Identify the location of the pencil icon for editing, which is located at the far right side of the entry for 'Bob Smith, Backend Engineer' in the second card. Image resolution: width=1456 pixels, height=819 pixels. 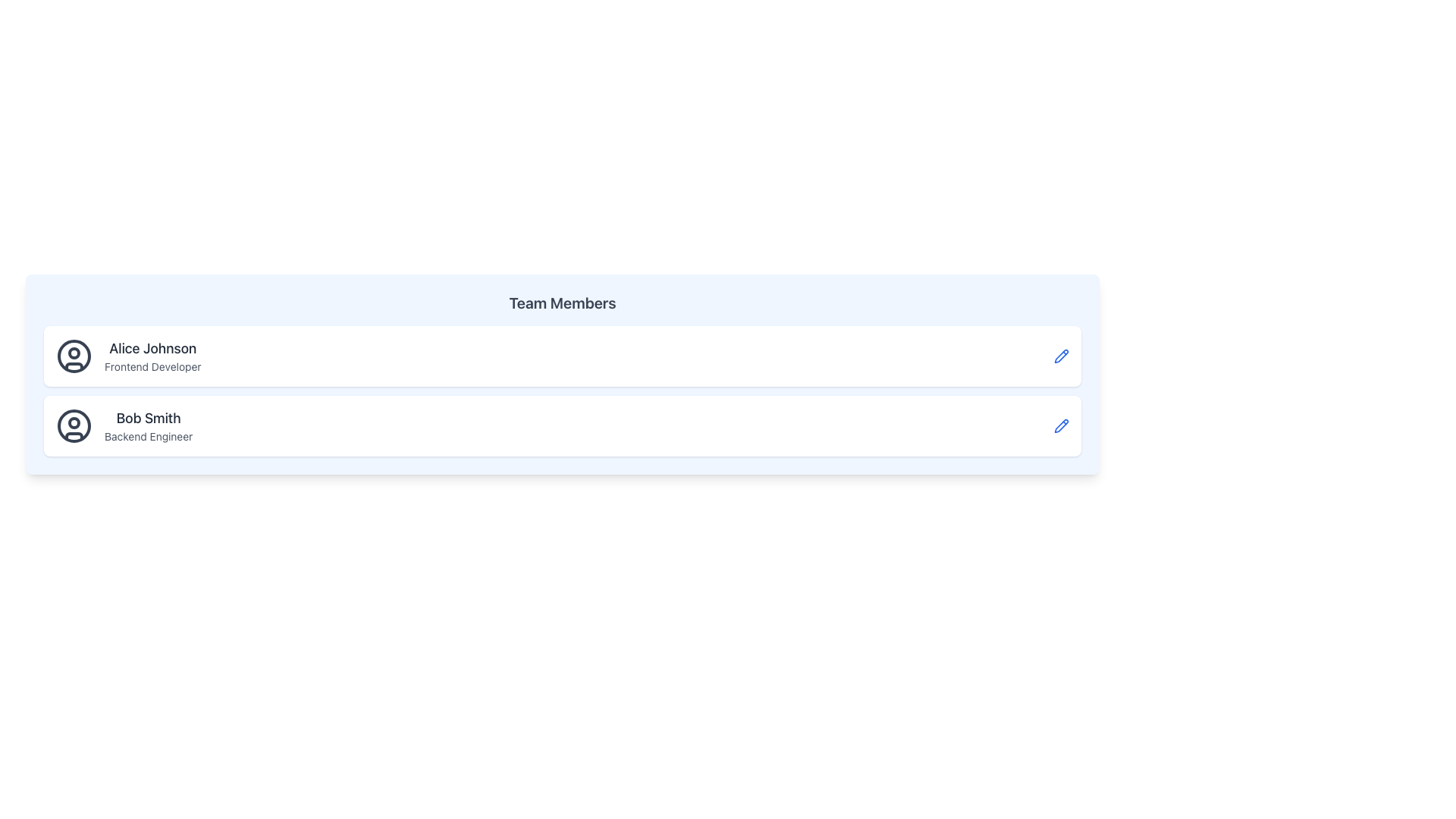
(1061, 426).